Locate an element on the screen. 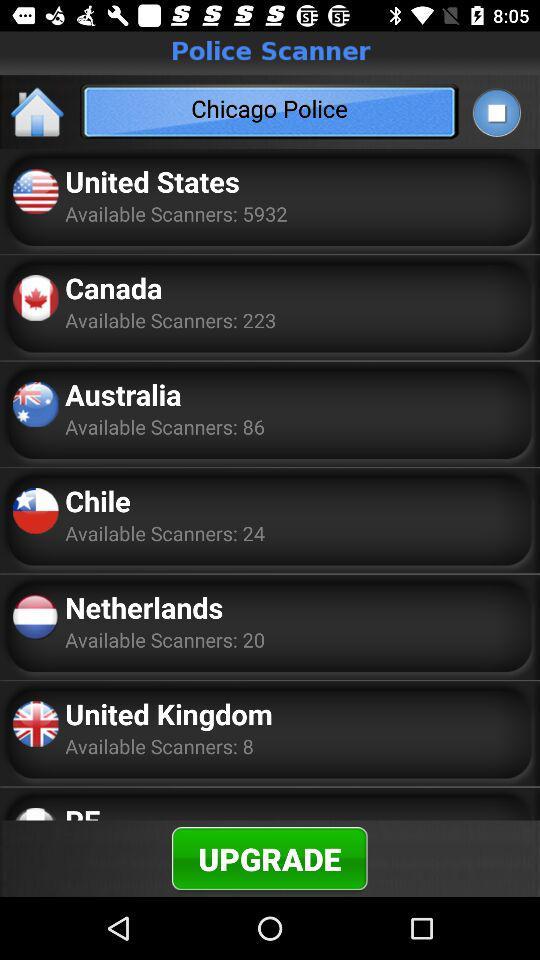 This screenshot has height=960, width=540. item next to the chicago police item is located at coordinates (38, 111).